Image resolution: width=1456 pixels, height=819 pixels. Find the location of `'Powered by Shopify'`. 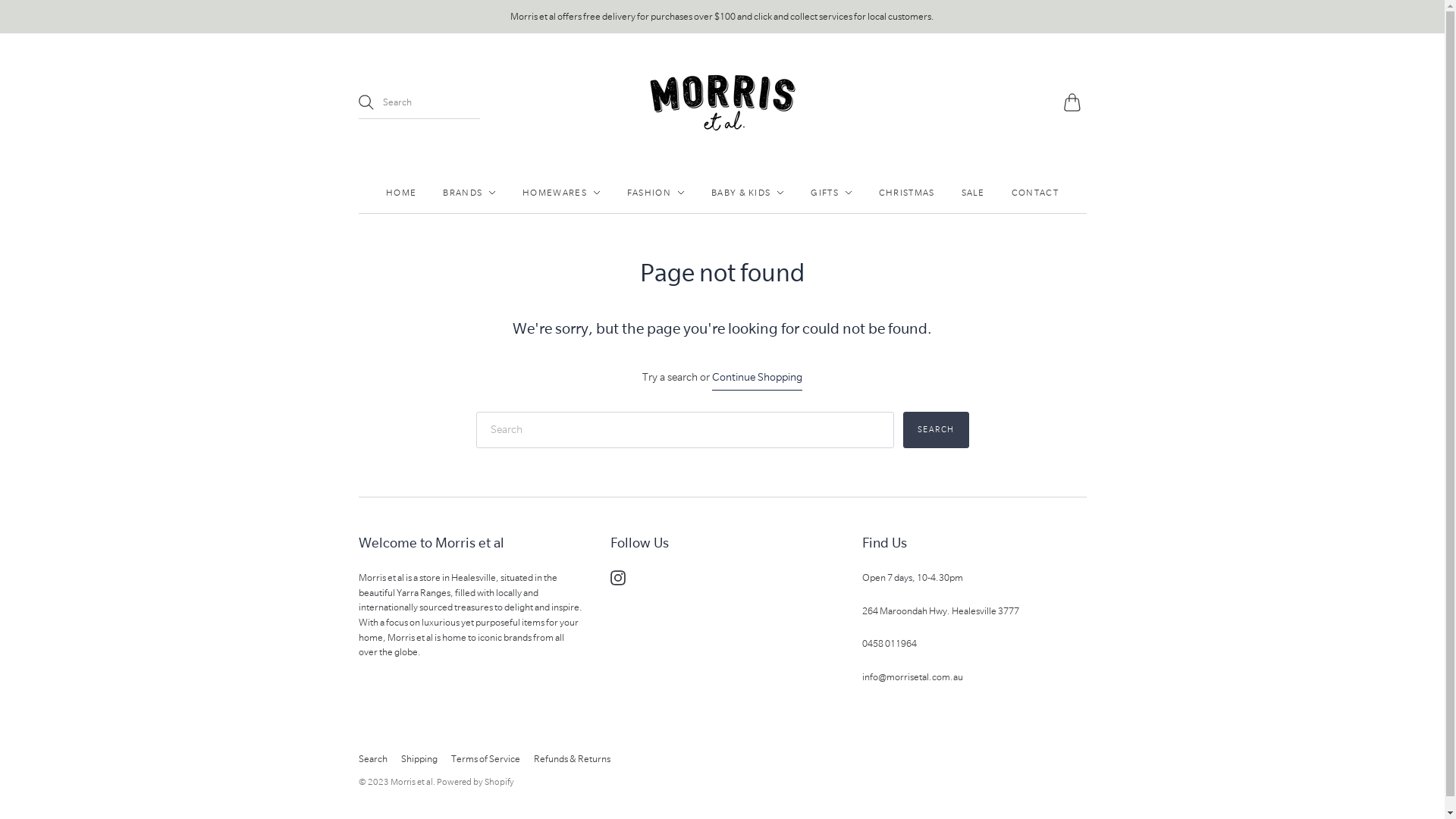

'Powered by Shopify' is located at coordinates (475, 781).